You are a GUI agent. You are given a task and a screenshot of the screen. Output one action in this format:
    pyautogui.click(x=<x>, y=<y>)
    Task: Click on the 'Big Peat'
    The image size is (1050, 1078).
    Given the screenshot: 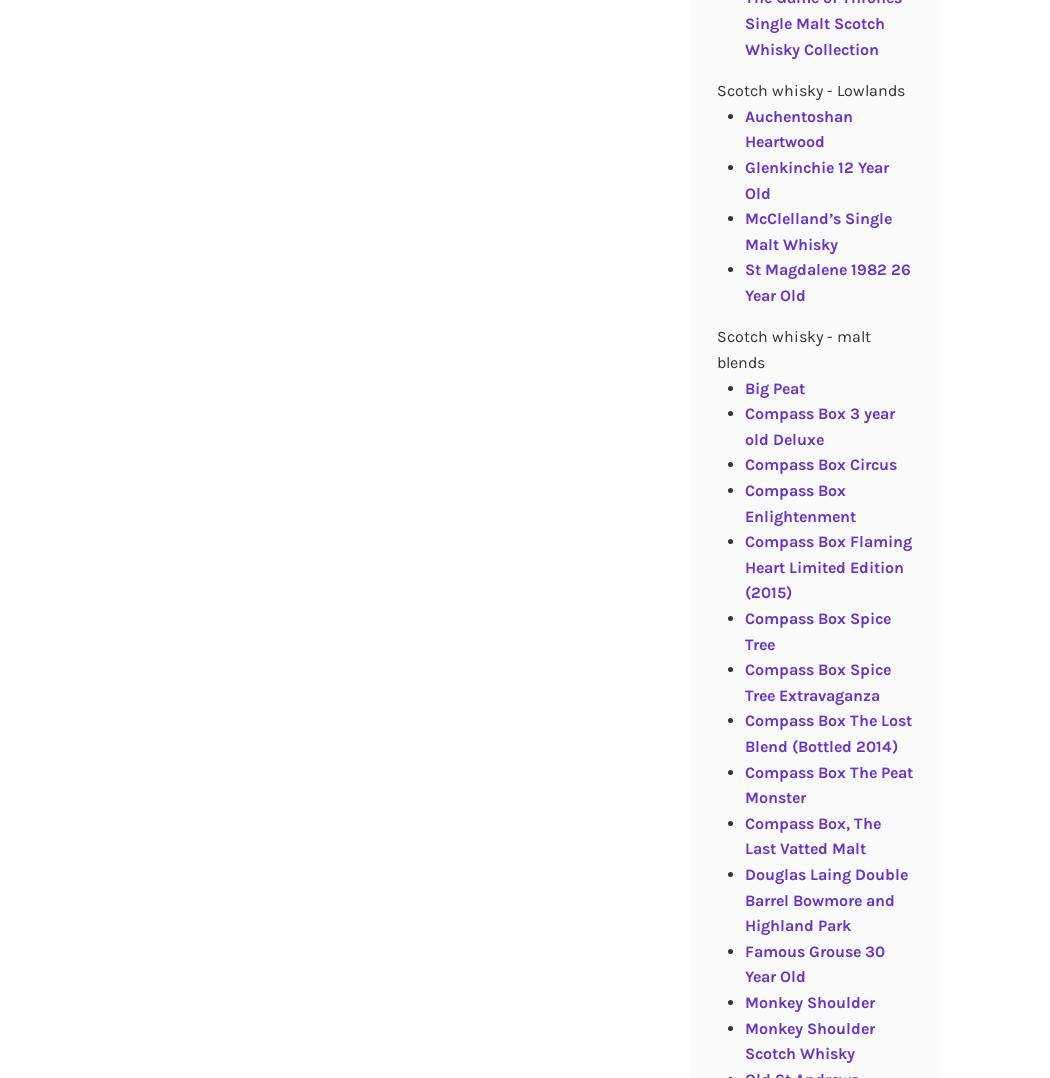 What is the action you would take?
    pyautogui.click(x=773, y=386)
    